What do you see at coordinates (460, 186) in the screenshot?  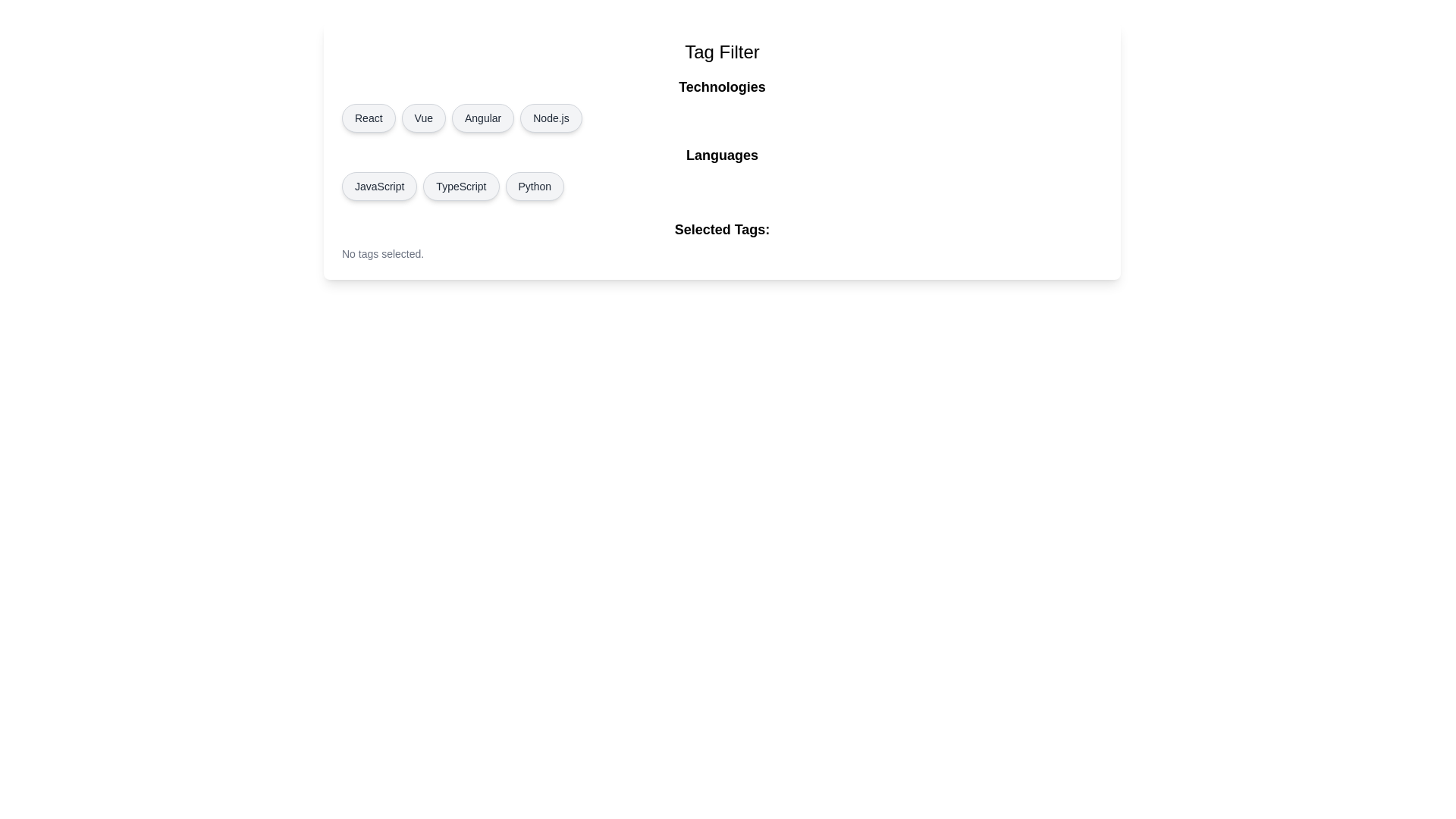 I see `the 'TypeScript' button, which is a rounded rectangular button with a light gray background and dark gray text, located under the 'Languages' header` at bounding box center [460, 186].